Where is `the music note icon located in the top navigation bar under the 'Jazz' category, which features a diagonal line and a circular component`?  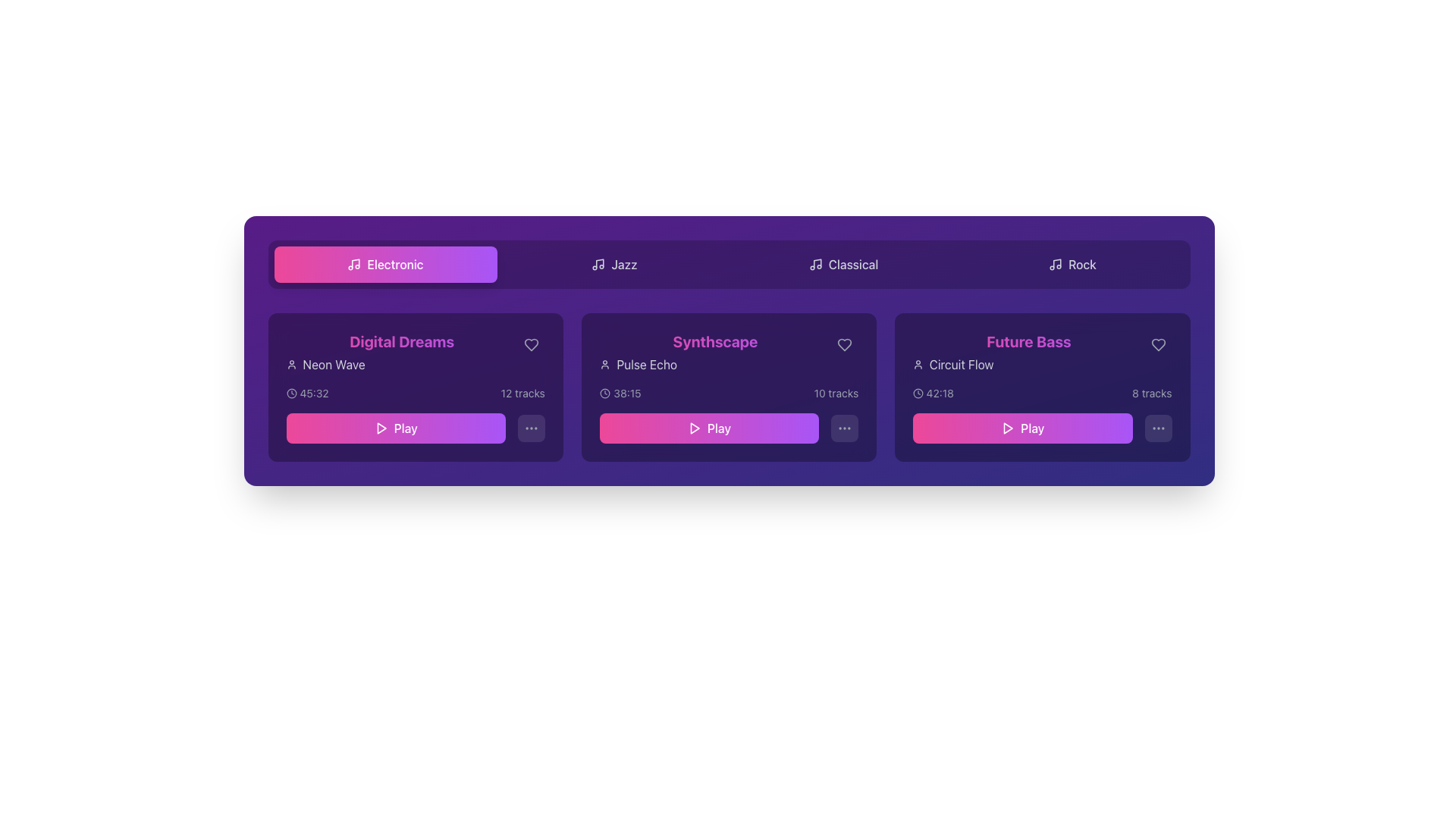
the music note icon located in the top navigation bar under the 'Jazz' category, which features a diagonal line and a circular component is located at coordinates (599, 262).